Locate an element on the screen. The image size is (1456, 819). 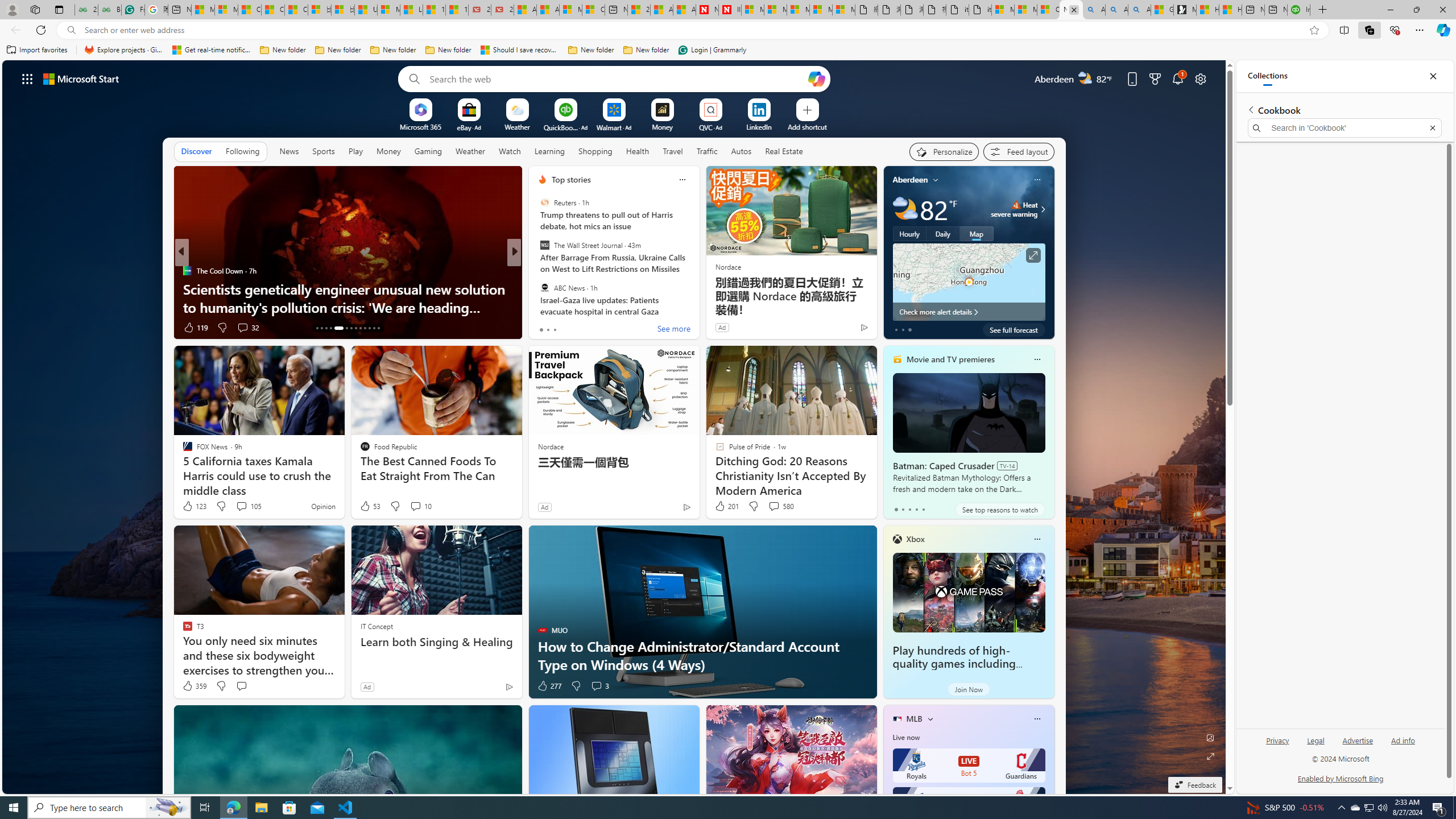
'138 Like' is located at coordinates (544, 327).